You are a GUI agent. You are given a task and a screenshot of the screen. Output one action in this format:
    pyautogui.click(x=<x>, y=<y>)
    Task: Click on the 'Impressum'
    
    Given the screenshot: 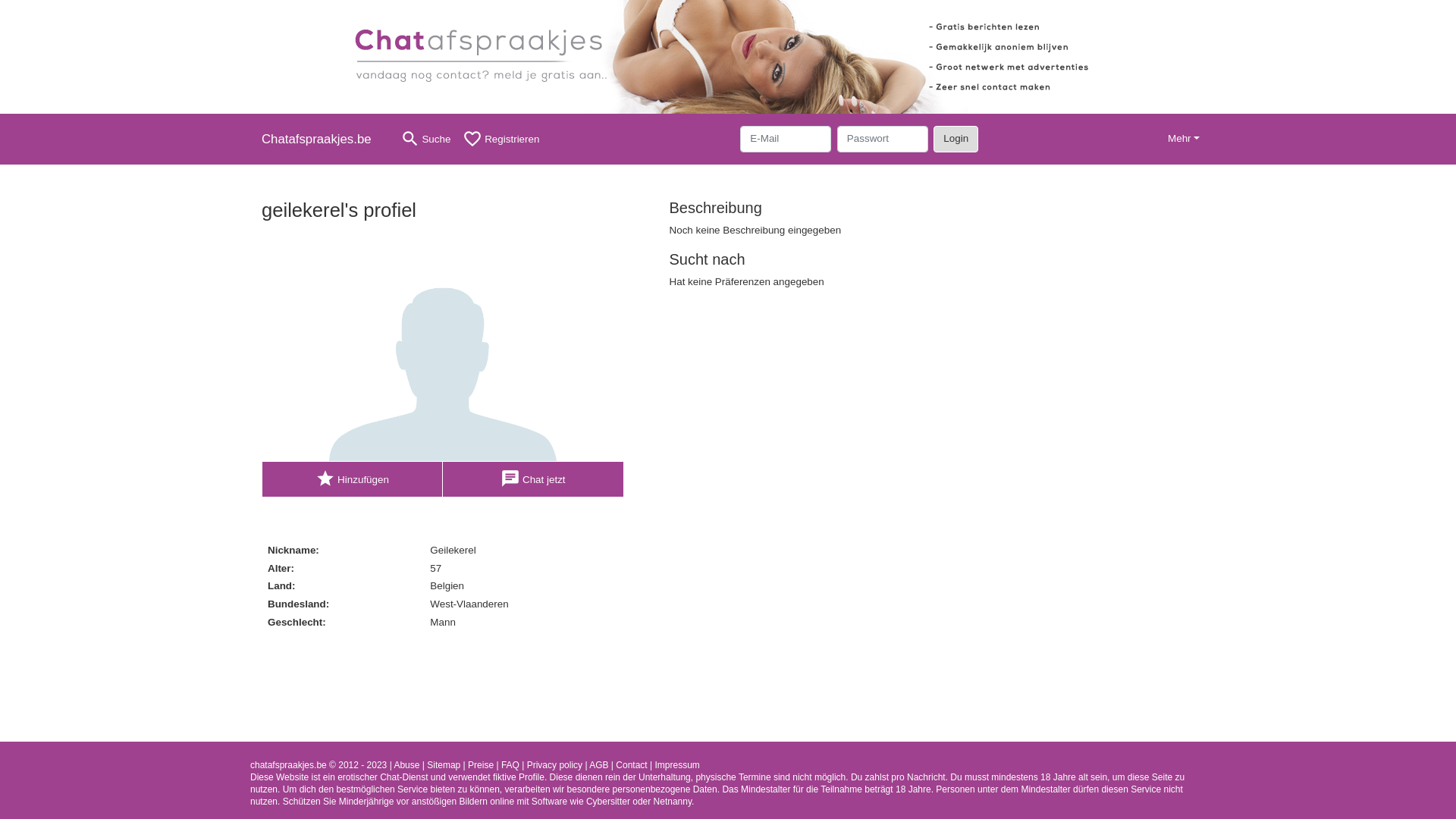 What is the action you would take?
    pyautogui.click(x=676, y=765)
    